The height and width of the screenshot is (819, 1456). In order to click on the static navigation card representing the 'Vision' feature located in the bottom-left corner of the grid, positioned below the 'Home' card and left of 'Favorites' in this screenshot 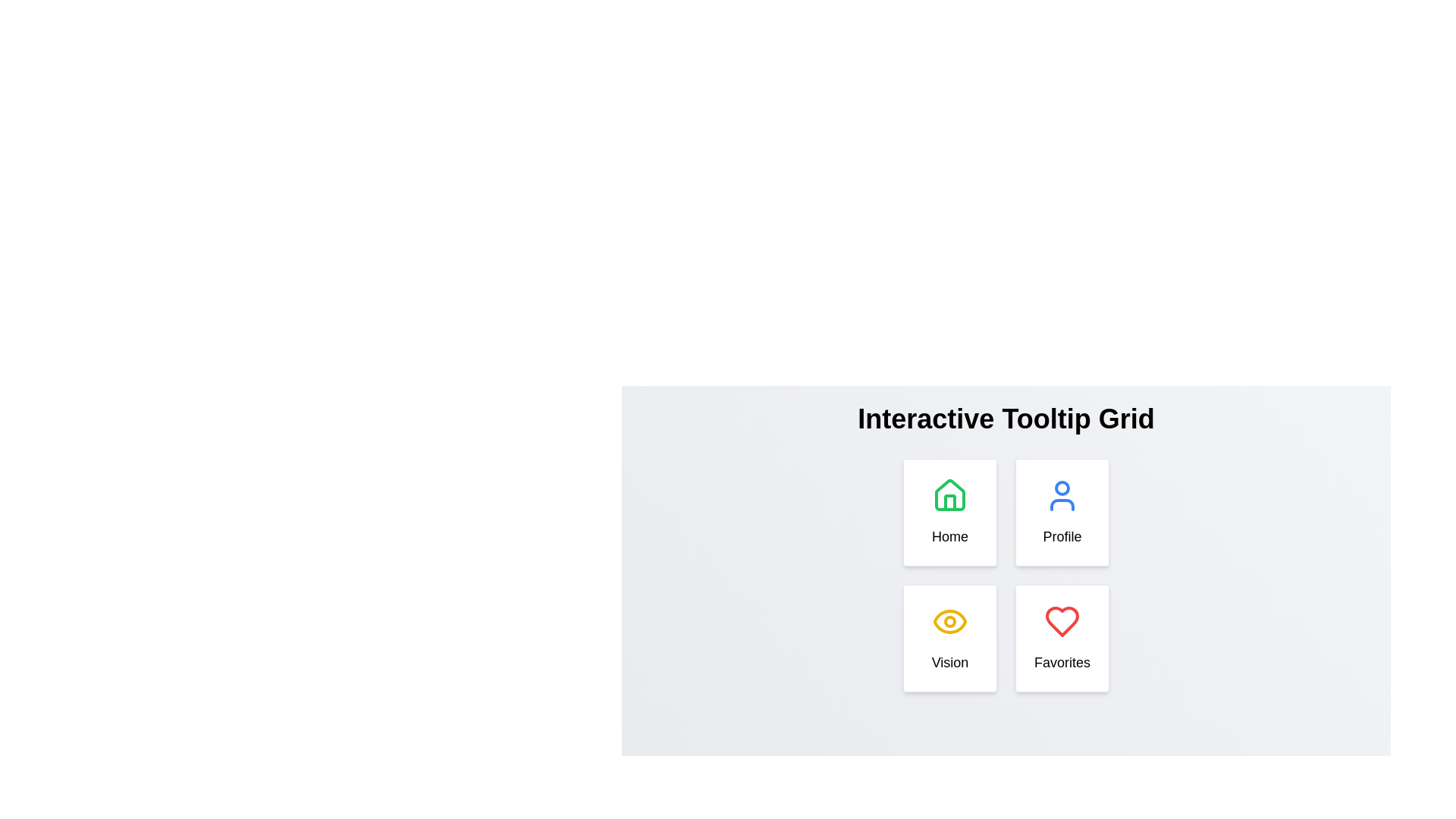, I will do `click(949, 638)`.